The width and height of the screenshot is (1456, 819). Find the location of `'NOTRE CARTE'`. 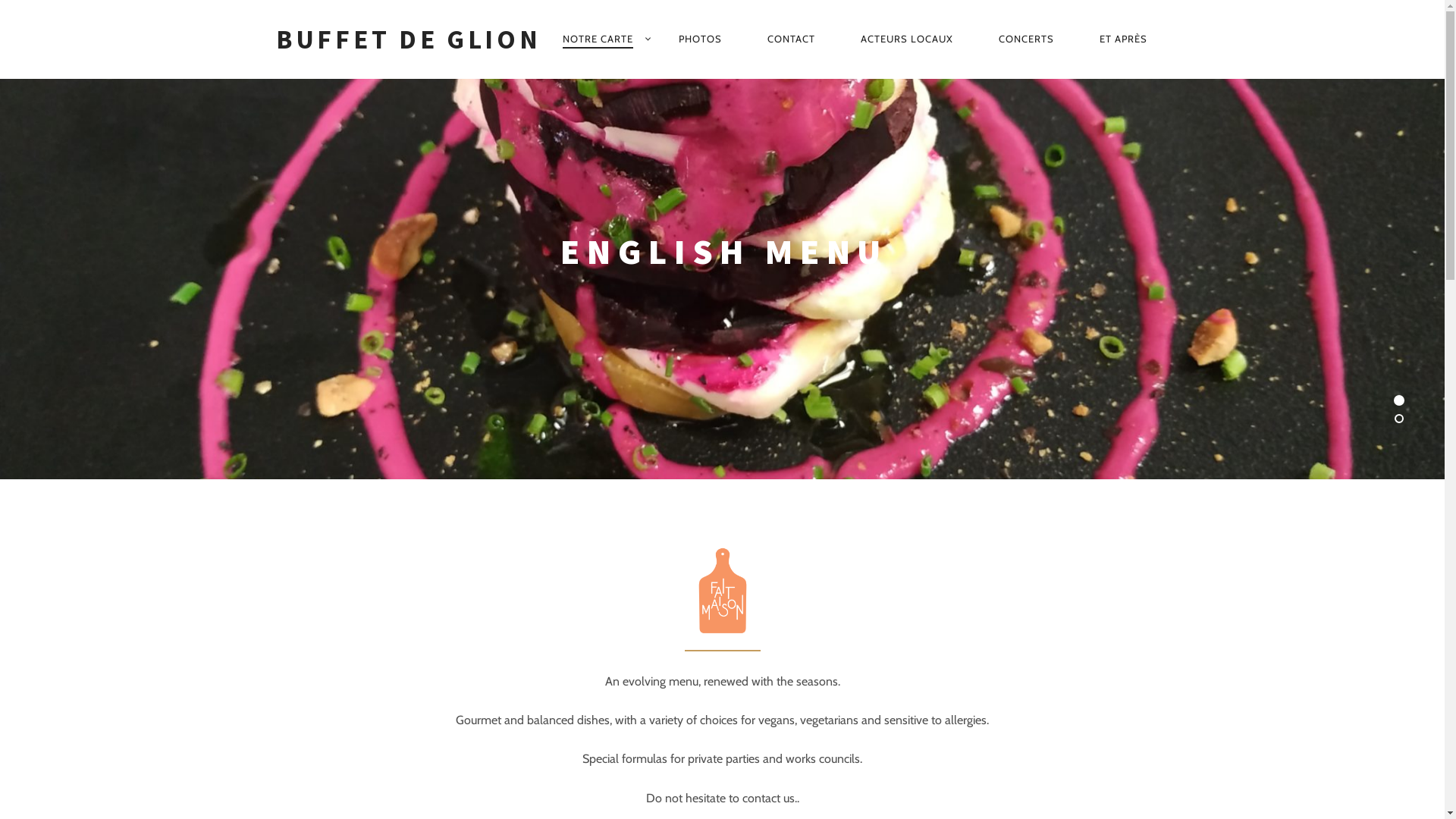

'NOTRE CARTE' is located at coordinates (597, 38).